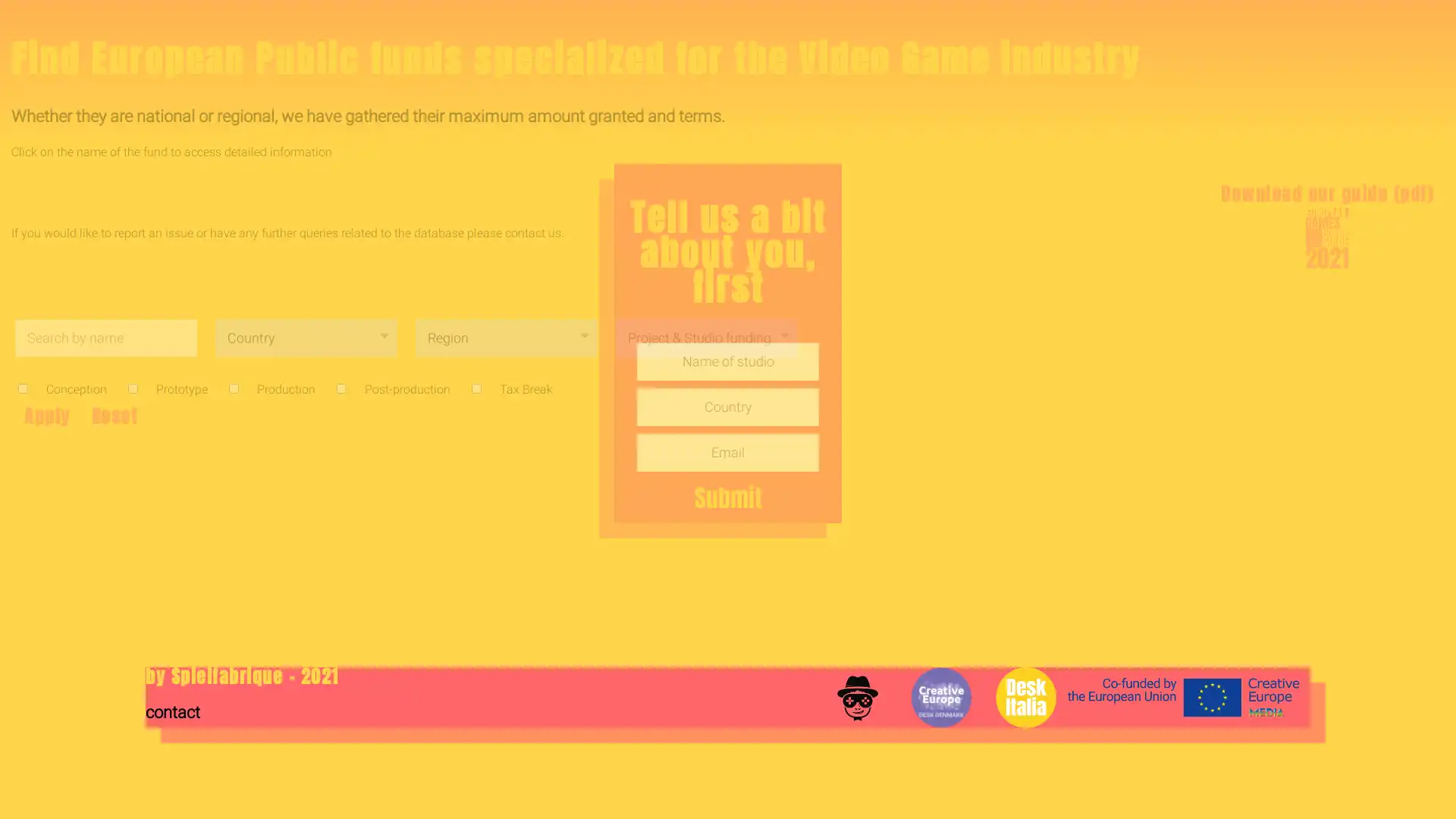 The image size is (1456, 819). Describe the element at coordinates (113, 416) in the screenshot. I see `Reset` at that location.